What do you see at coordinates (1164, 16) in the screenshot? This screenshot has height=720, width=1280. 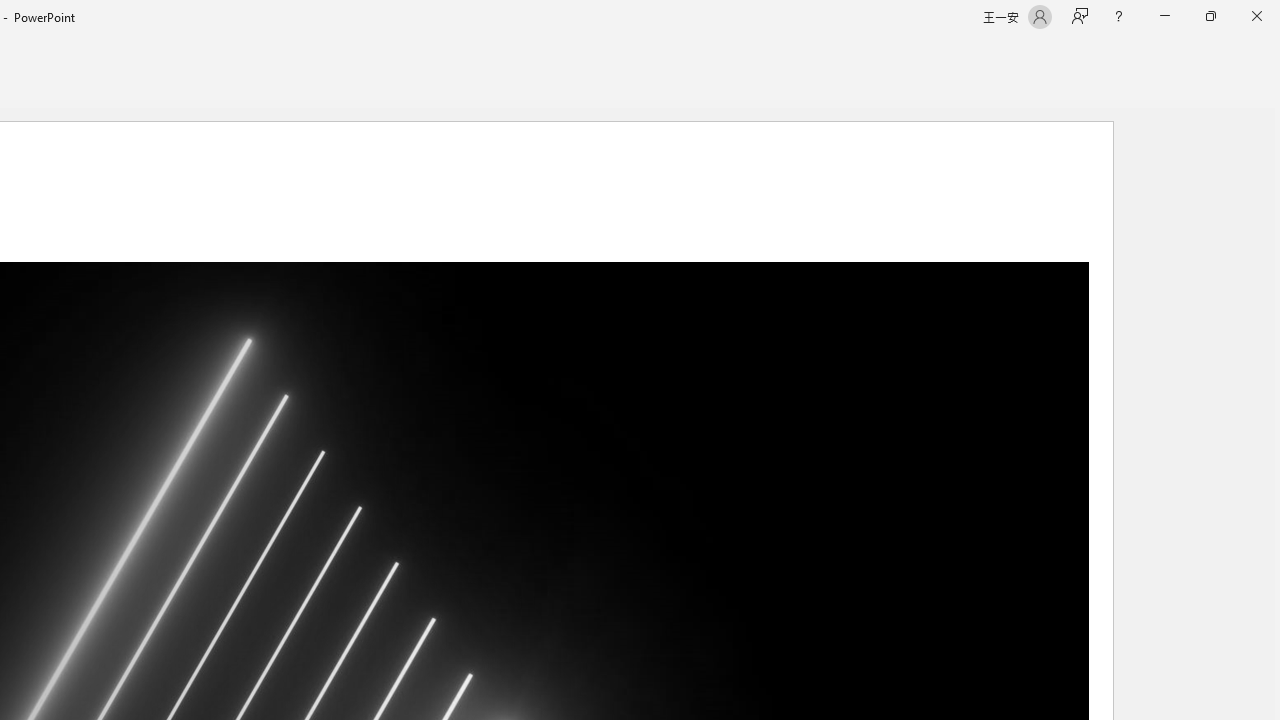 I see `'Minimize'` at bounding box center [1164, 16].